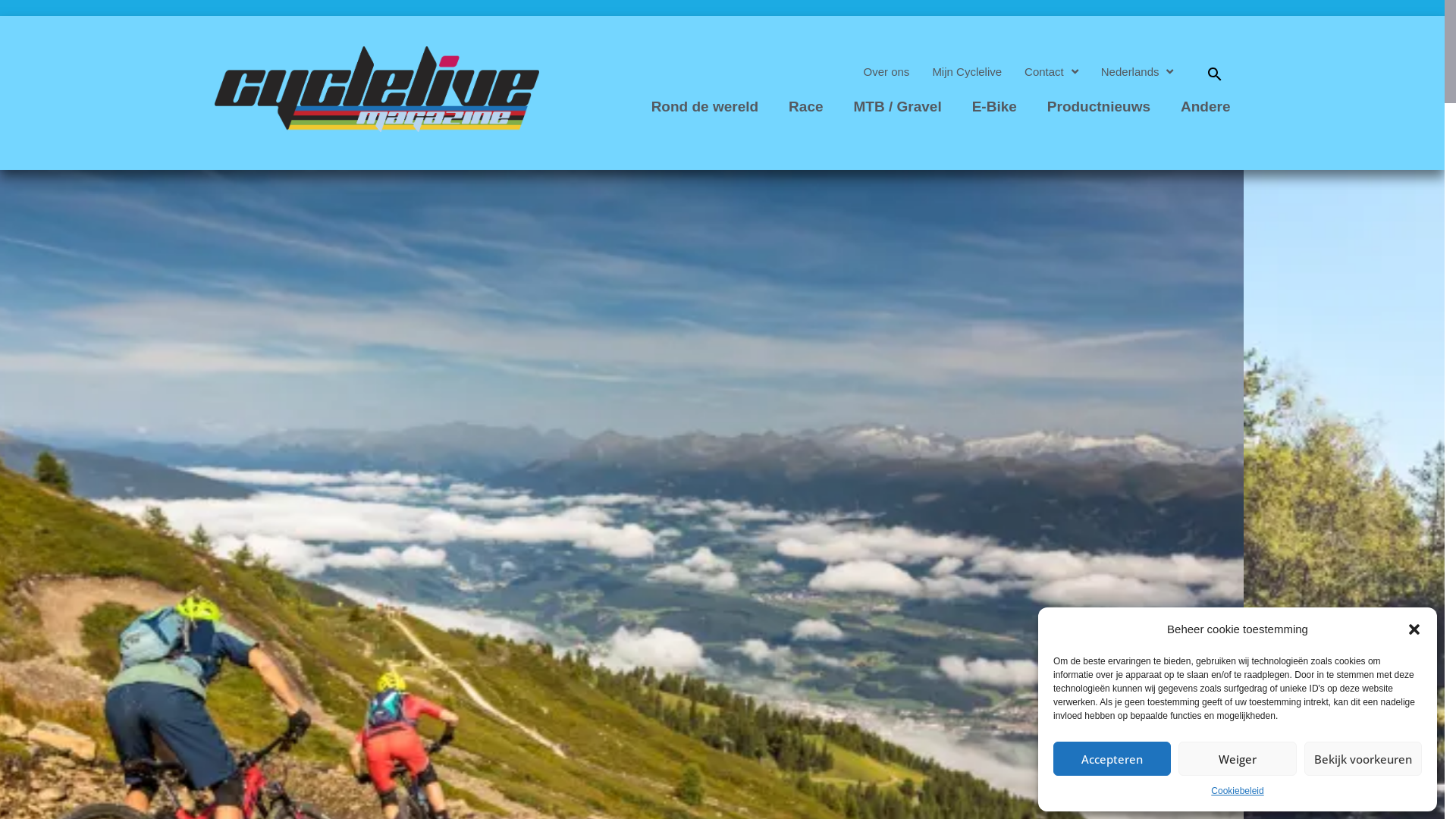  What do you see at coordinates (1137, 72) in the screenshot?
I see `'Nederlands'` at bounding box center [1137, 72].